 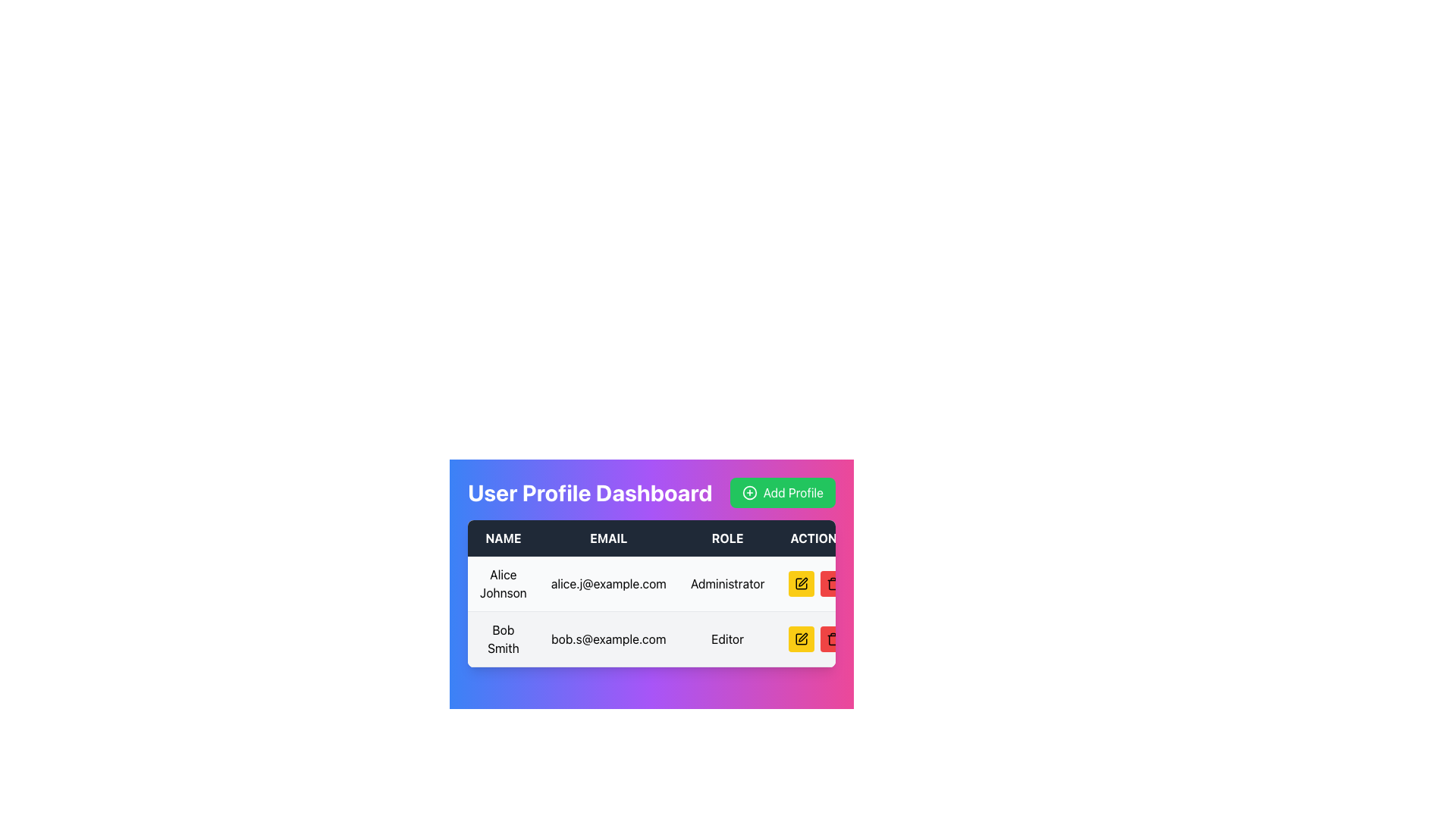 I want to click on the 'Editor' text label, which is a plain black text displayed against a light gray background, located in the 'ROLE' column for the user 'Bob Smith', so click(x=726, y=639).